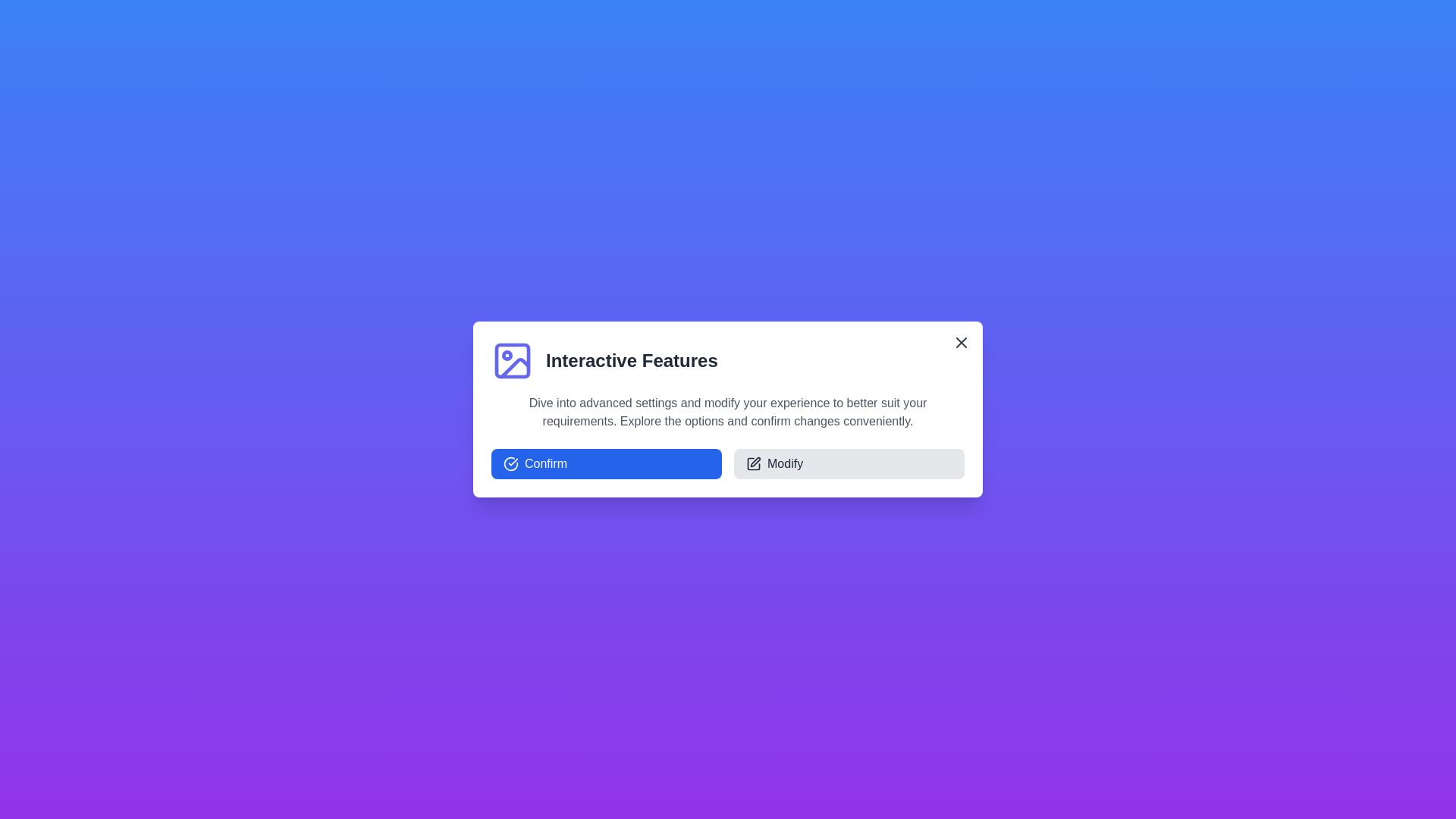 This screenshot has width=1456, height=819. What do you see at coordinates (848, 463) in the screenshot?
I see `the 'Modify' button to modify settings` at bounding box center [848, 463].